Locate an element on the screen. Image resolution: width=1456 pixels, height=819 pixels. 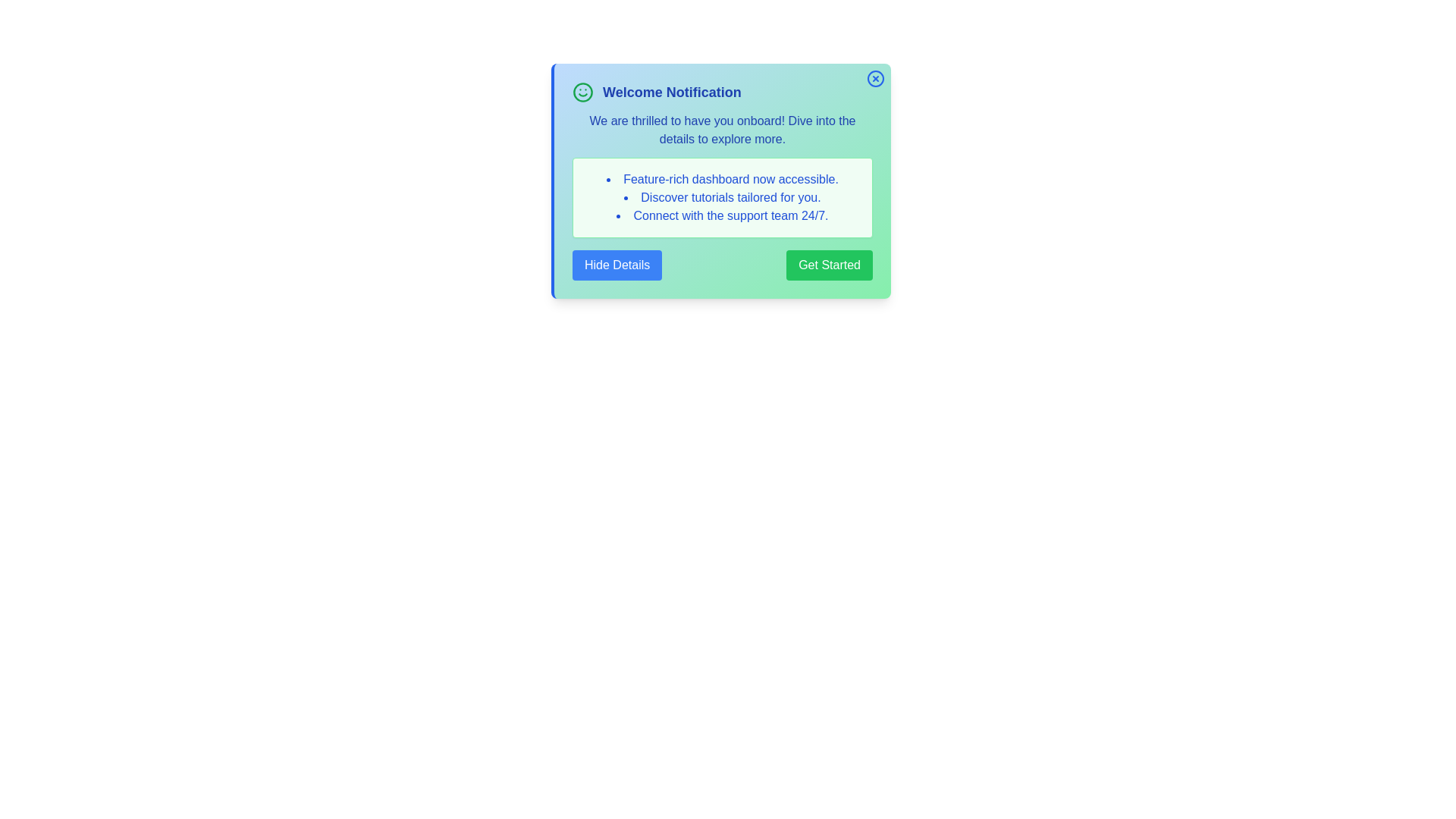
the close button (X) to dismiss the notification is located at coordinates (876, 79).